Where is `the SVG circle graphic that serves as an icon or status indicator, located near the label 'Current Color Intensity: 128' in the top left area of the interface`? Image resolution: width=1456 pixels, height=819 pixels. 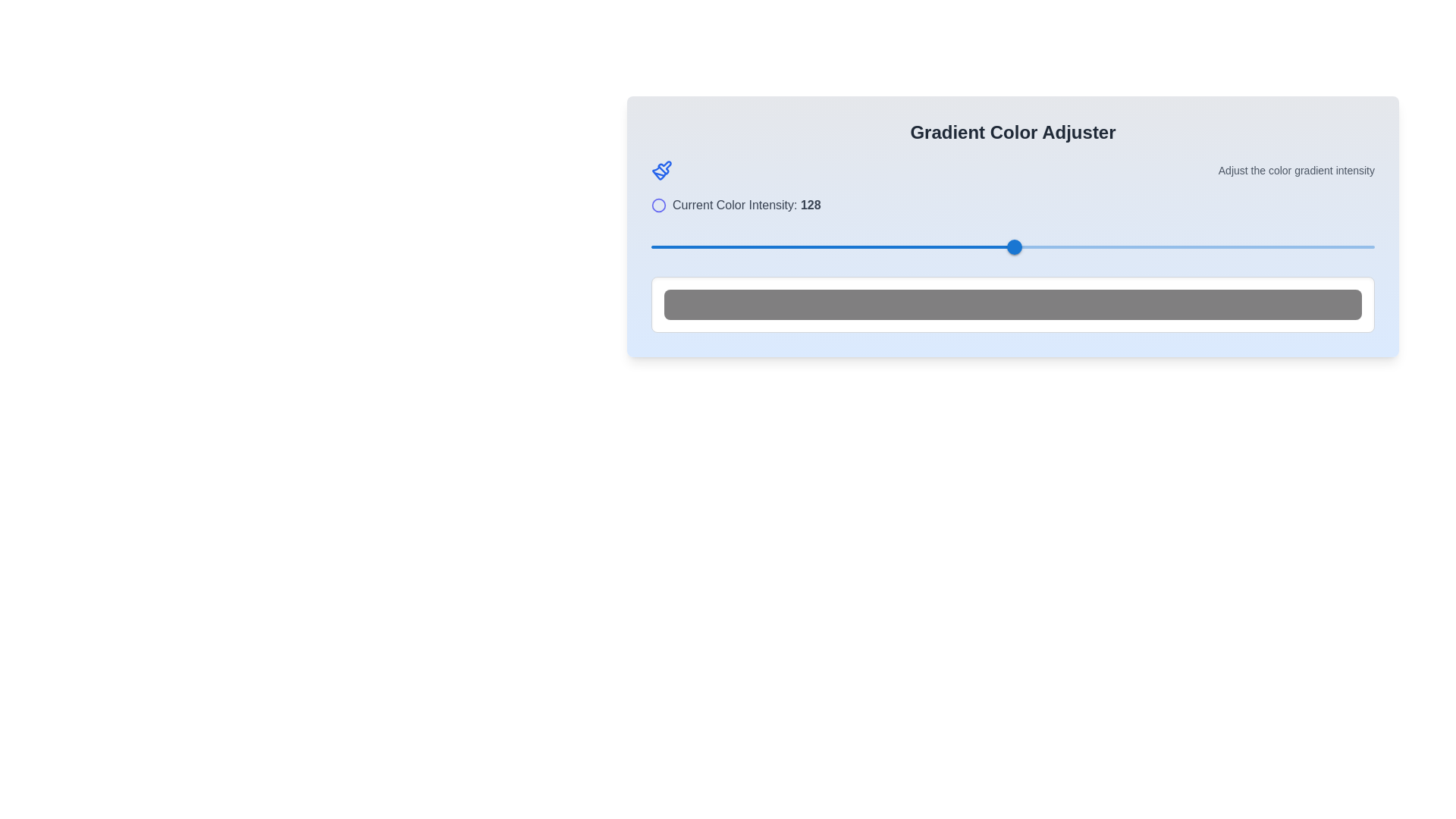
the SVG circle graphic that serves as an icon or status indicator, located near the label 'Current Color Intensity: 128' in the top left area of the interface is located at coordinates (658, 205).